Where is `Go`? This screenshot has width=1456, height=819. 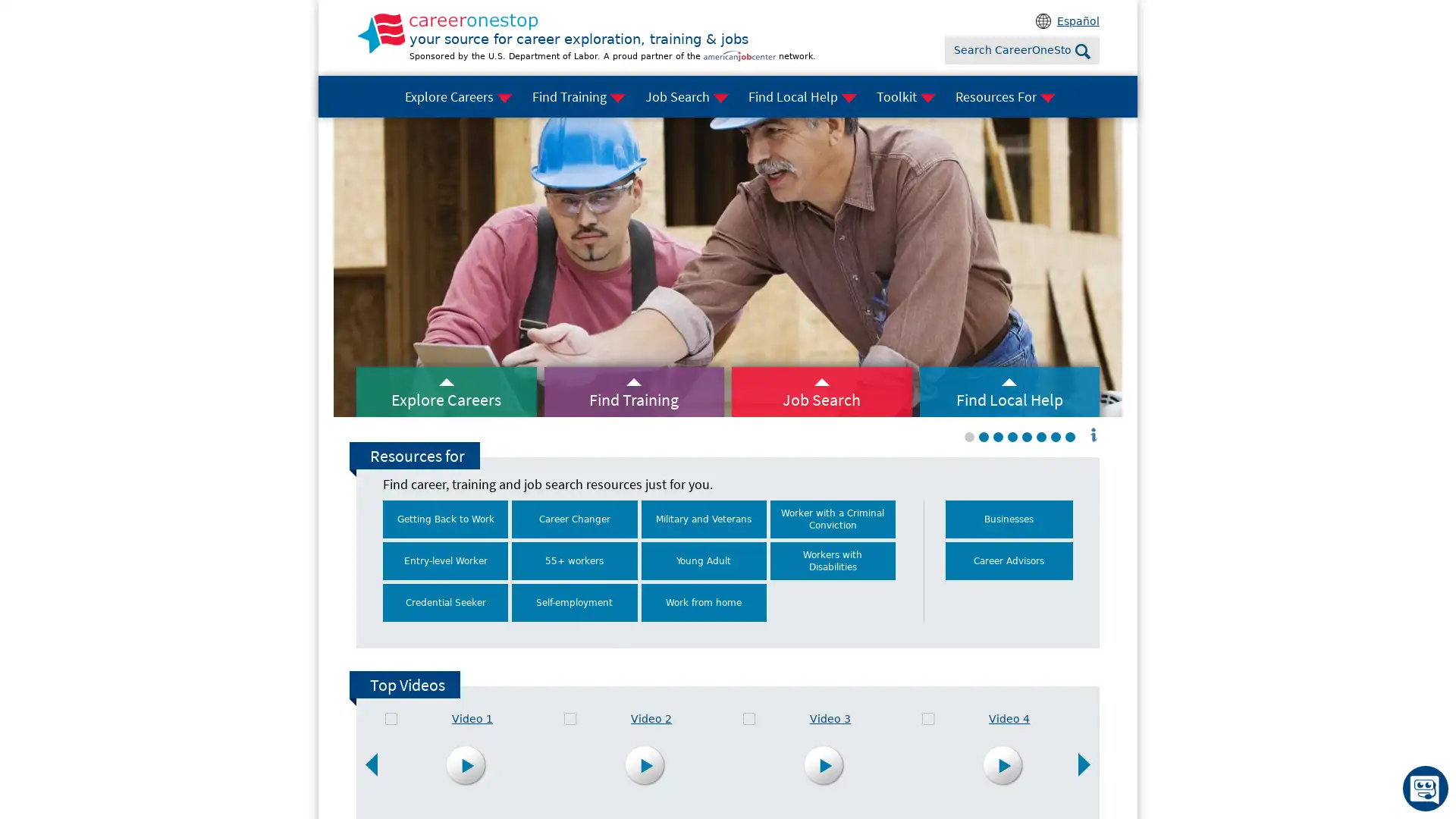
Go is located at coordinates (1082, 51).